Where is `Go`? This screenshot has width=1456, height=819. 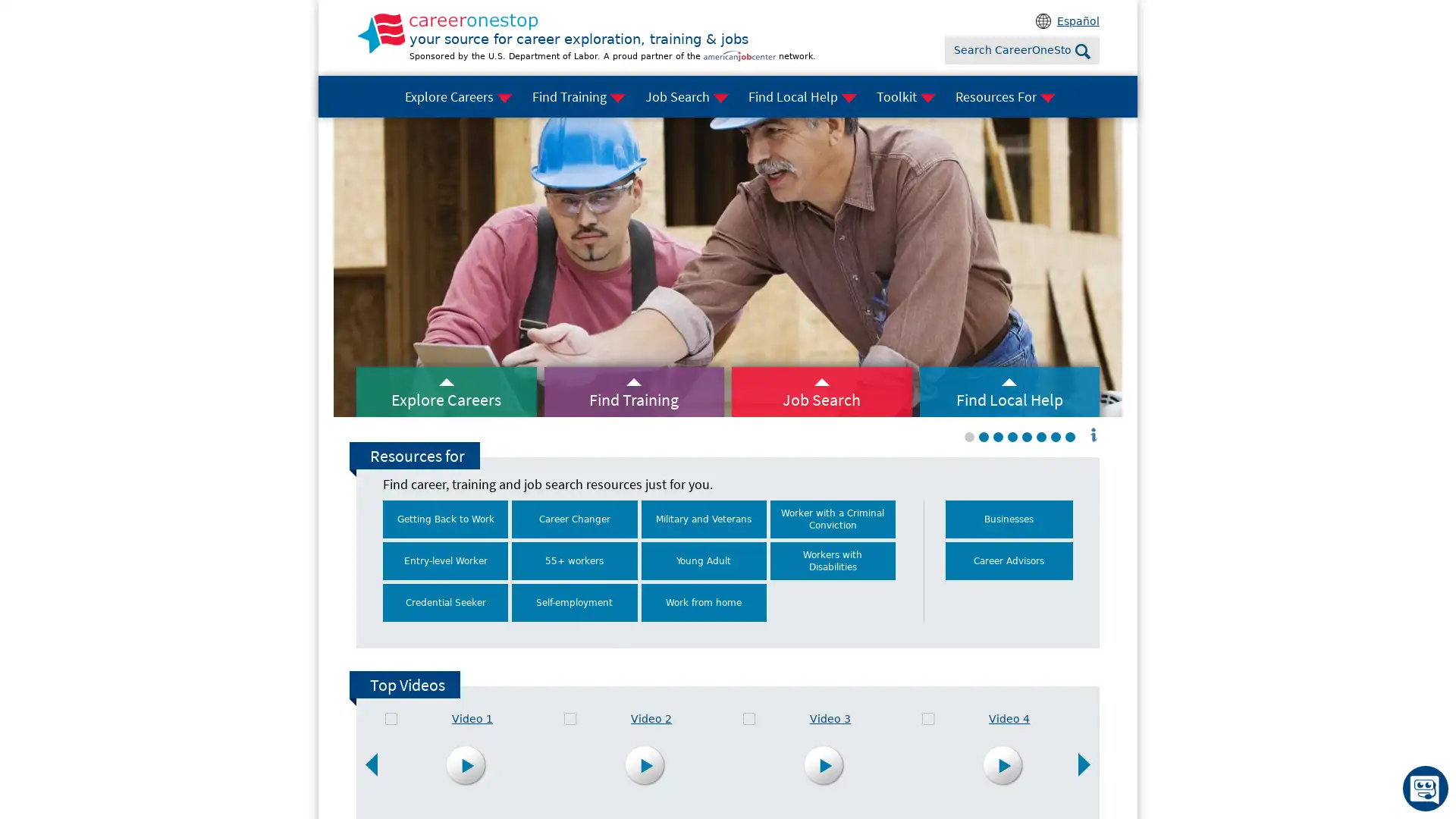
Go is located at coordinates (1082, 51).